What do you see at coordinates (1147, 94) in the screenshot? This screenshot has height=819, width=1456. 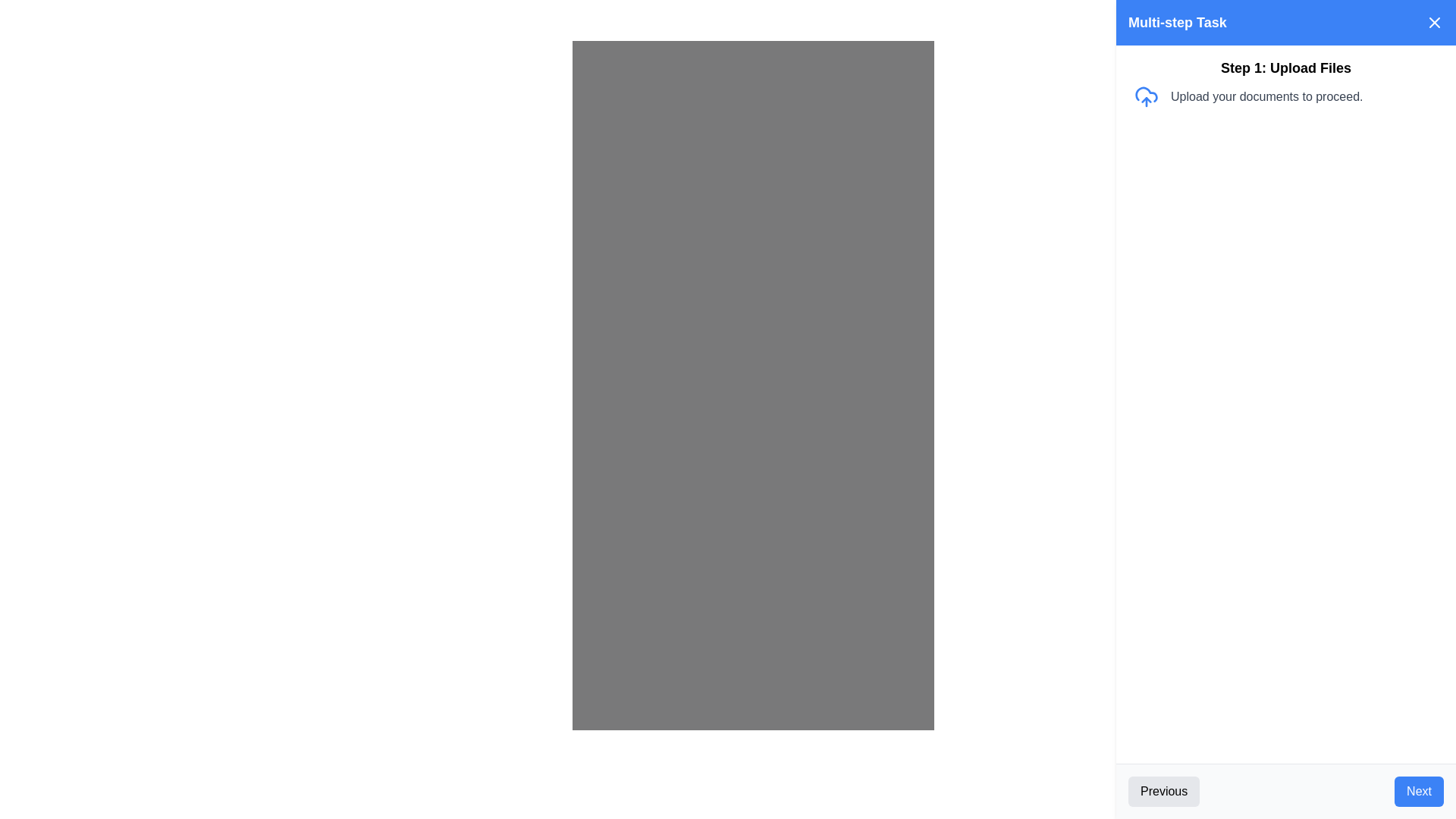 I see `the central portion of the cloud upload icon located to the left of the text 'Upload your documents to proceed.'` at bounding box center [1147, 94].